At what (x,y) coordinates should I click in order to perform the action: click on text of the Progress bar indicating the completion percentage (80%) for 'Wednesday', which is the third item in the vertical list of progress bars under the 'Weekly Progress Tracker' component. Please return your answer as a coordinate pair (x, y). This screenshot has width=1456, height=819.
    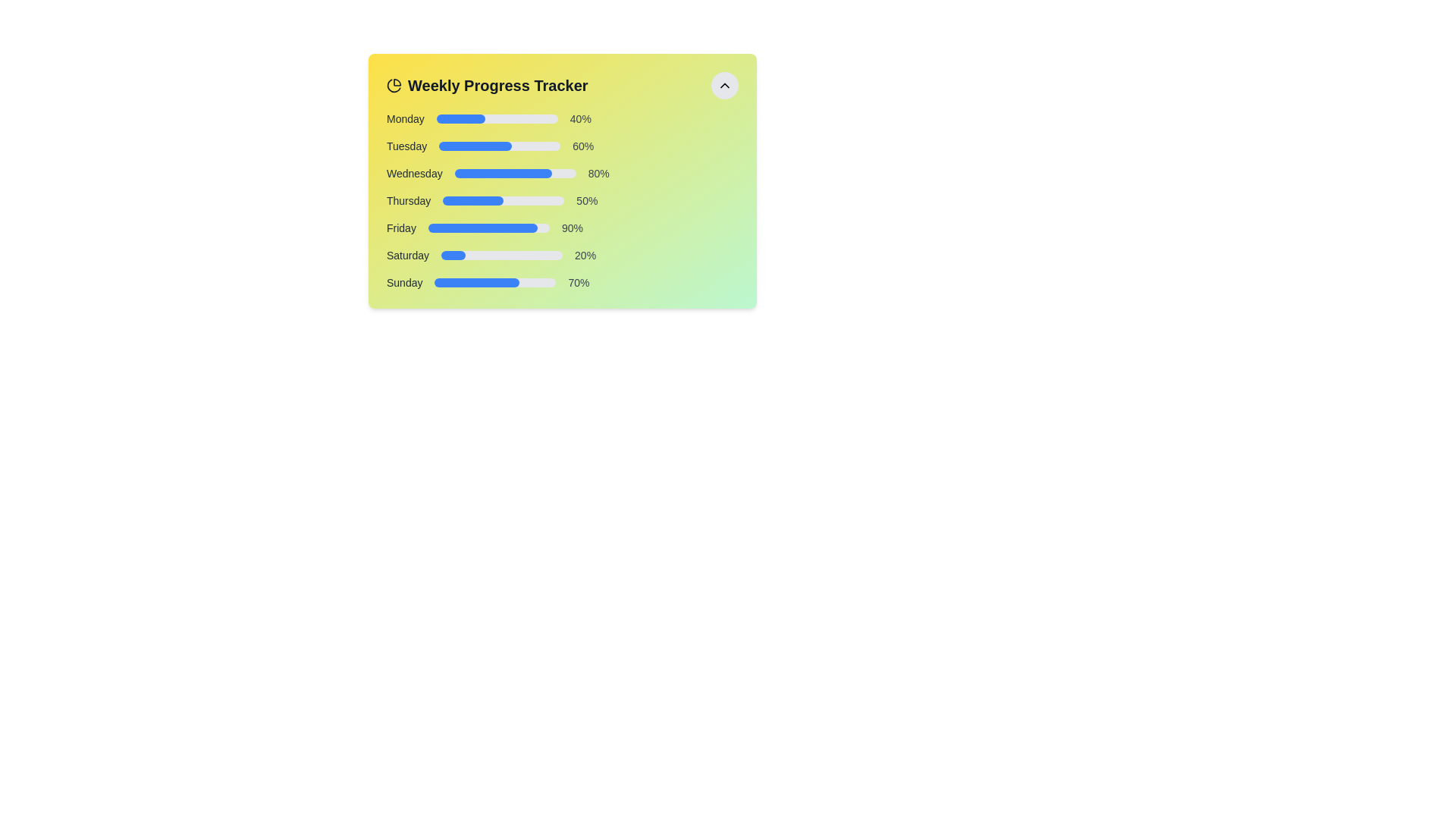
    Looking at the image, I should click on (562, 172).